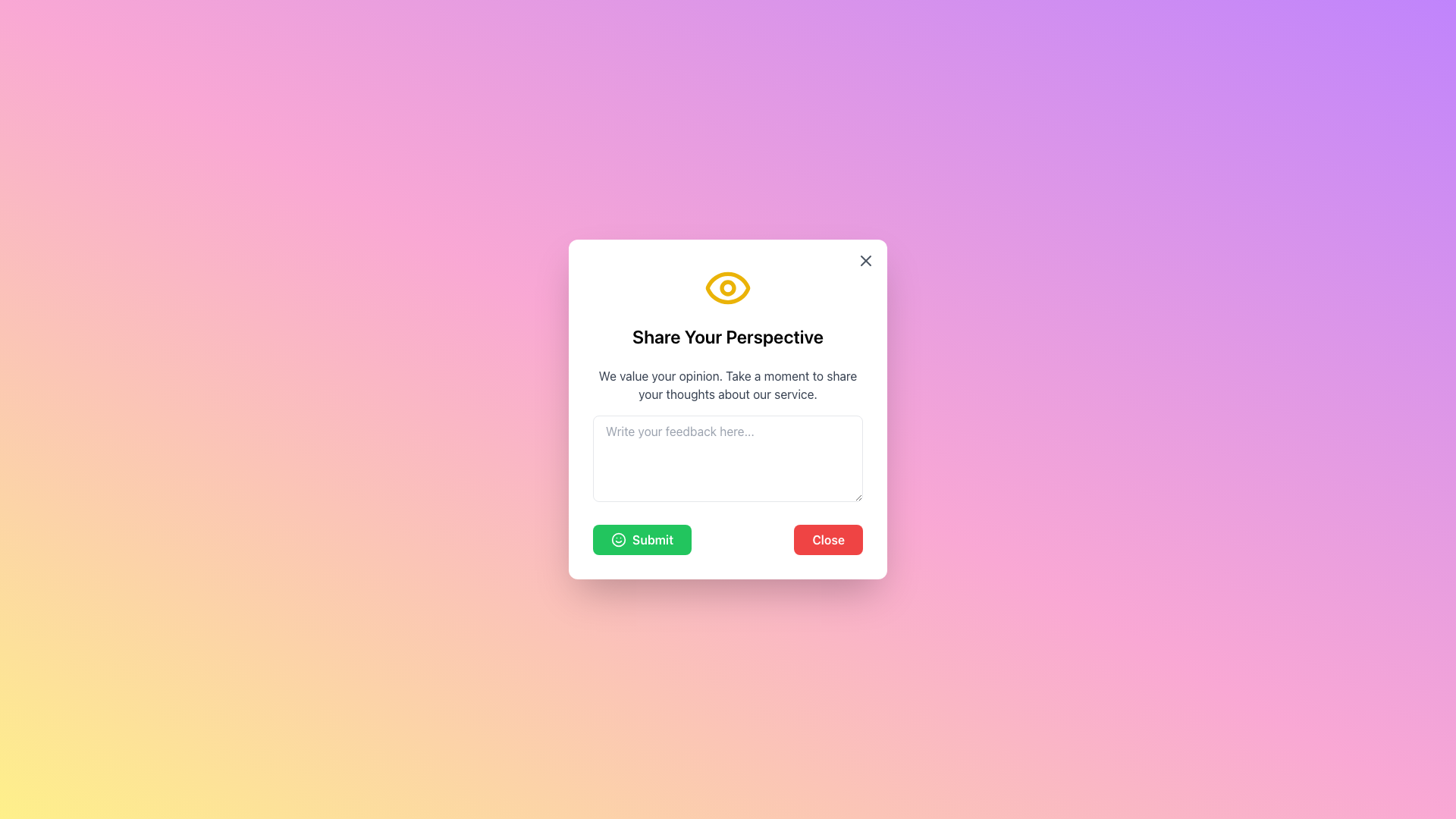  Describe the element at coordinates (827, 539) in the screenshot. I see `the red 'Close' button with rounded corners located at the bottom-right of the modal dialog to change its color to a darker shade` at that location.